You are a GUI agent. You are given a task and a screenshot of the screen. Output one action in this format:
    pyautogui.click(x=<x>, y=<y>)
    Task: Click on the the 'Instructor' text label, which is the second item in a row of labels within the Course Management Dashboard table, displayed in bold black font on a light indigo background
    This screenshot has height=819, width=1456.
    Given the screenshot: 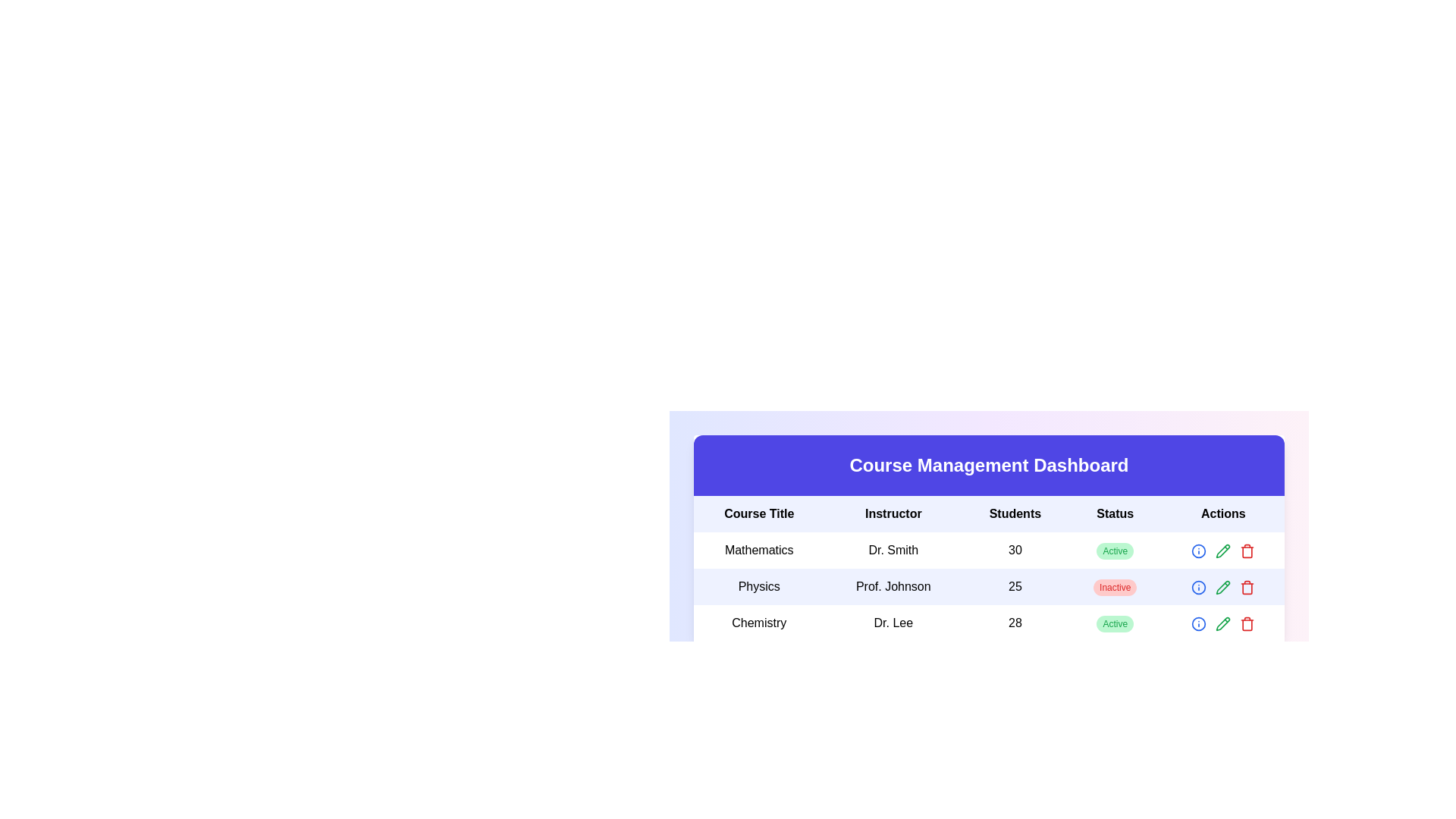 What is the action you would take?
    pyautogui.click(x=893, y=513)
    